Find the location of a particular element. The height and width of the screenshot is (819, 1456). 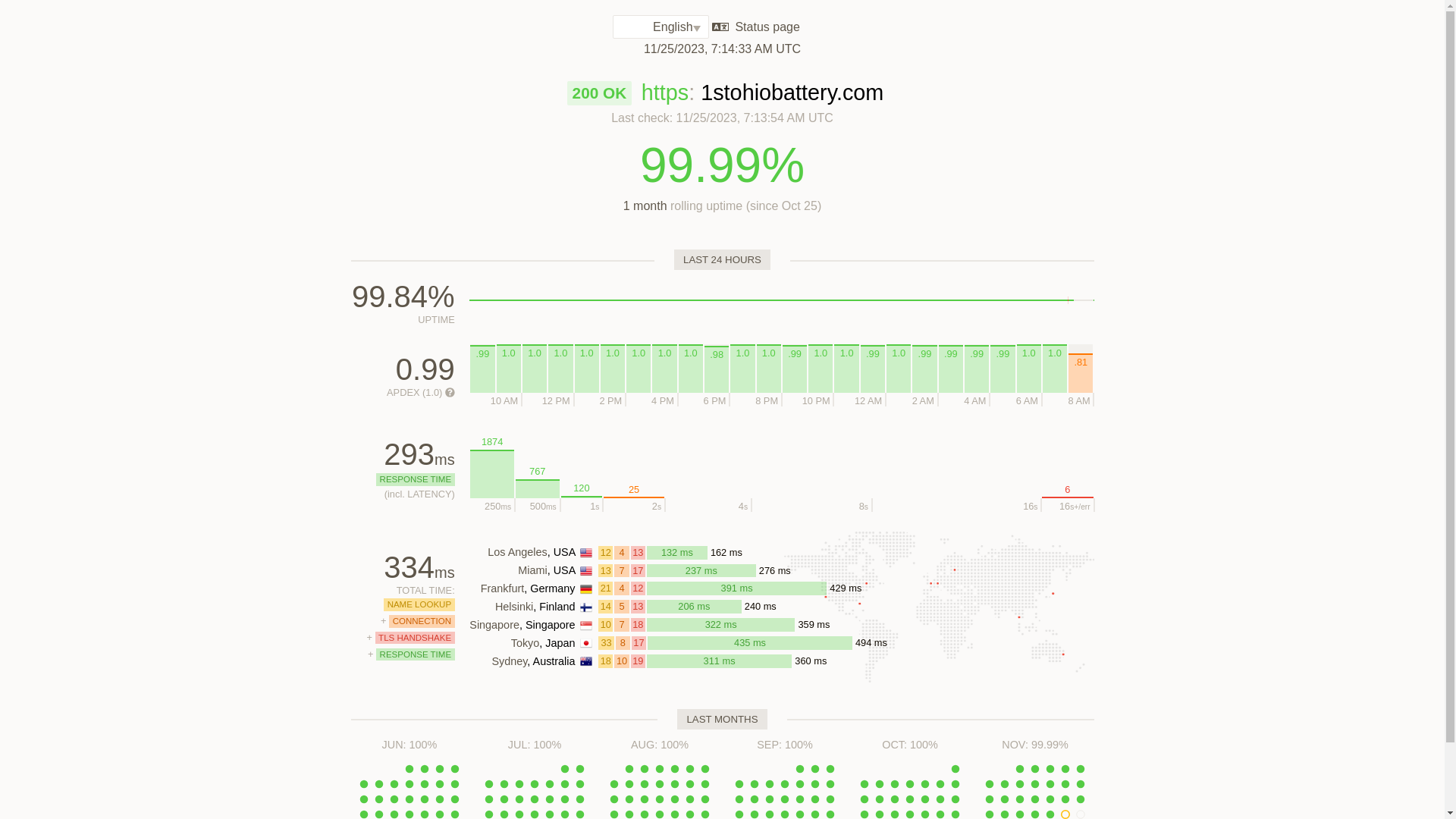

'<small>Sep 17:</small> No downtime' is located at coordinates (829, 798).